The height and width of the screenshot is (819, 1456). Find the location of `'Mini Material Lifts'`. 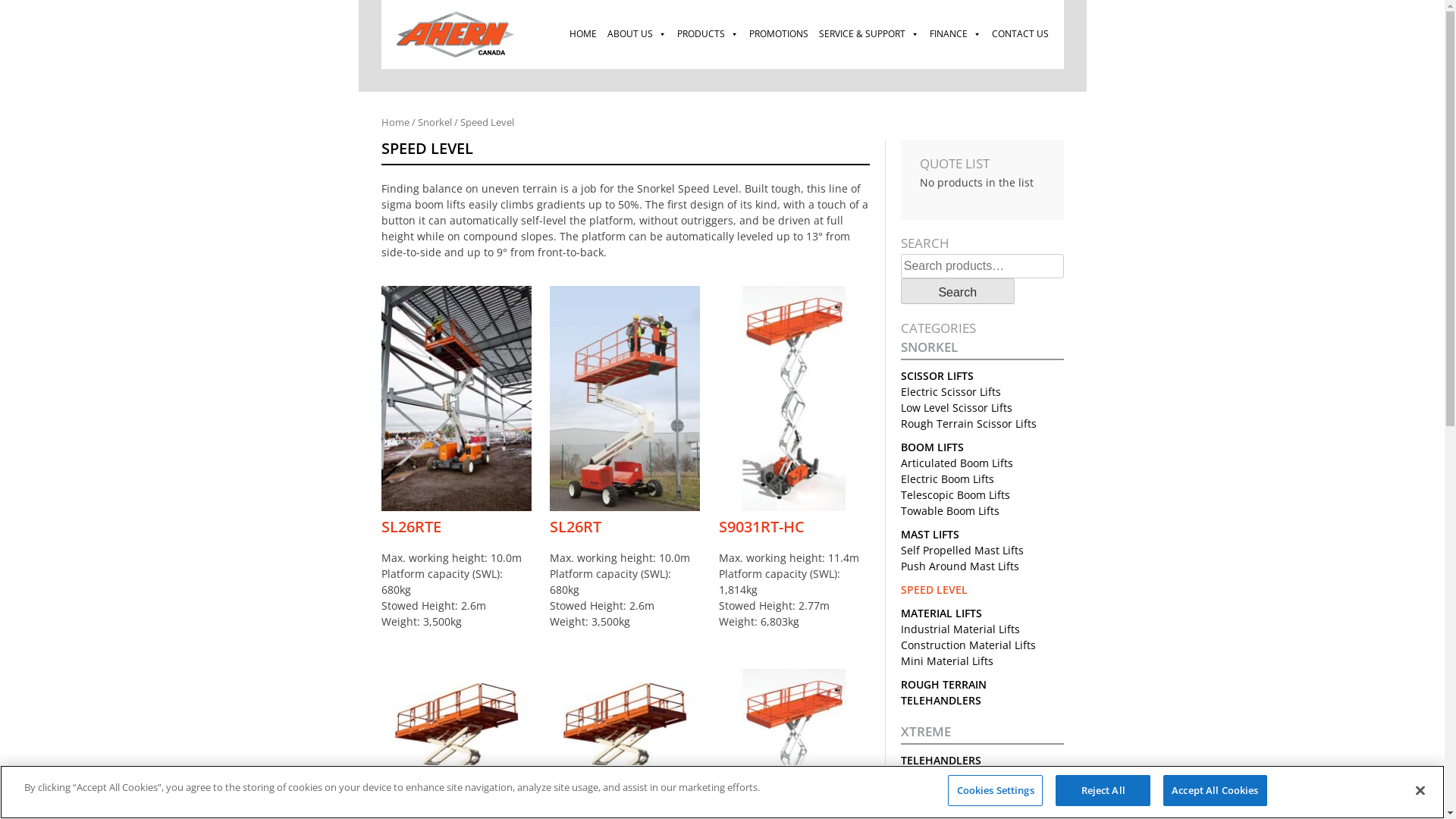

'Mini Material Lifts' is located at coordinates (946, 660).